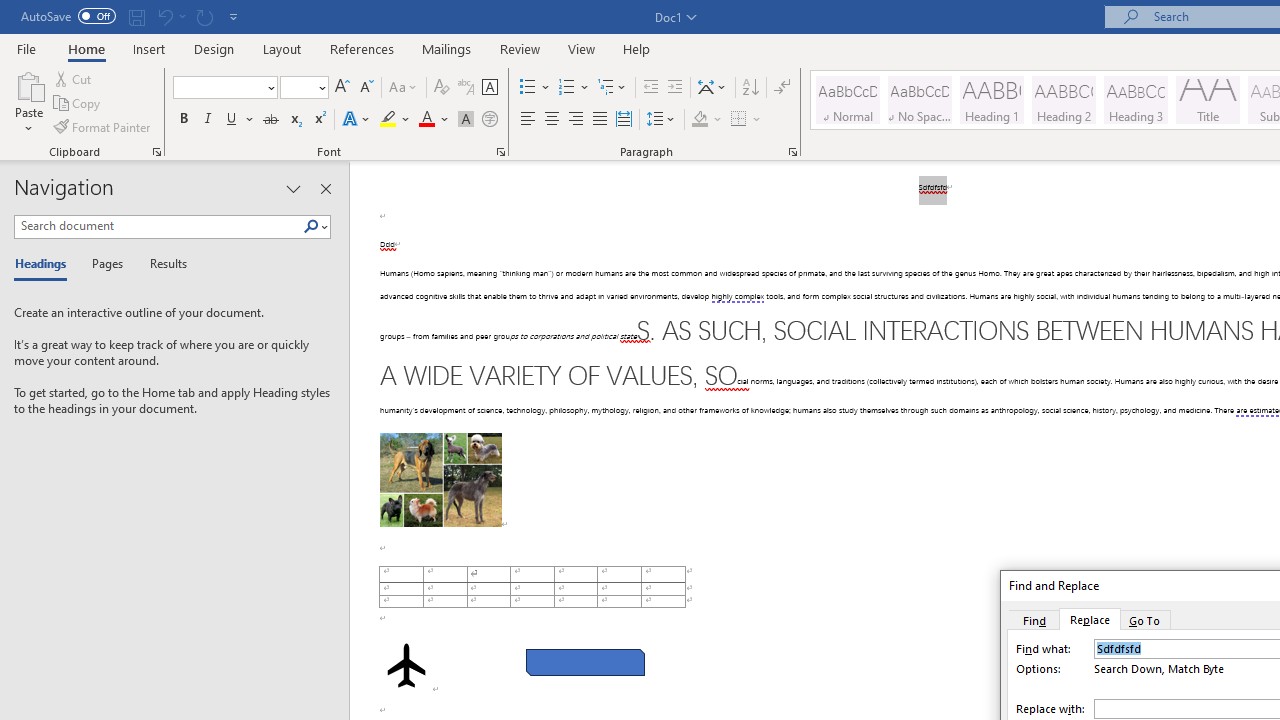 The image size is (1280, 720). Describe the element at coordinates (791, 150) in the screenshot. I see `'Paragraph...'` at that location.